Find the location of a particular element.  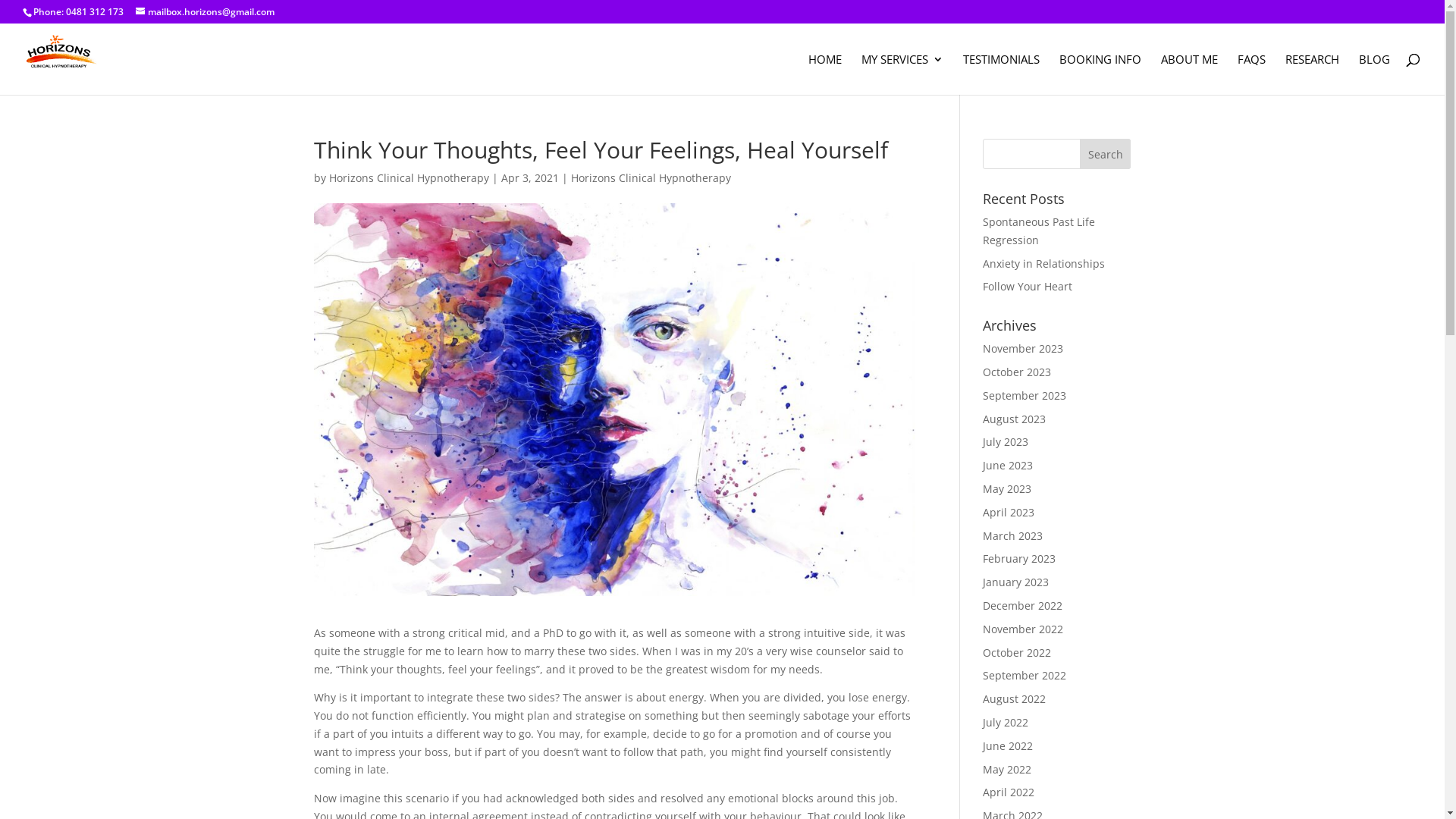

'September 2023' is located at coordinates (1024, 394).